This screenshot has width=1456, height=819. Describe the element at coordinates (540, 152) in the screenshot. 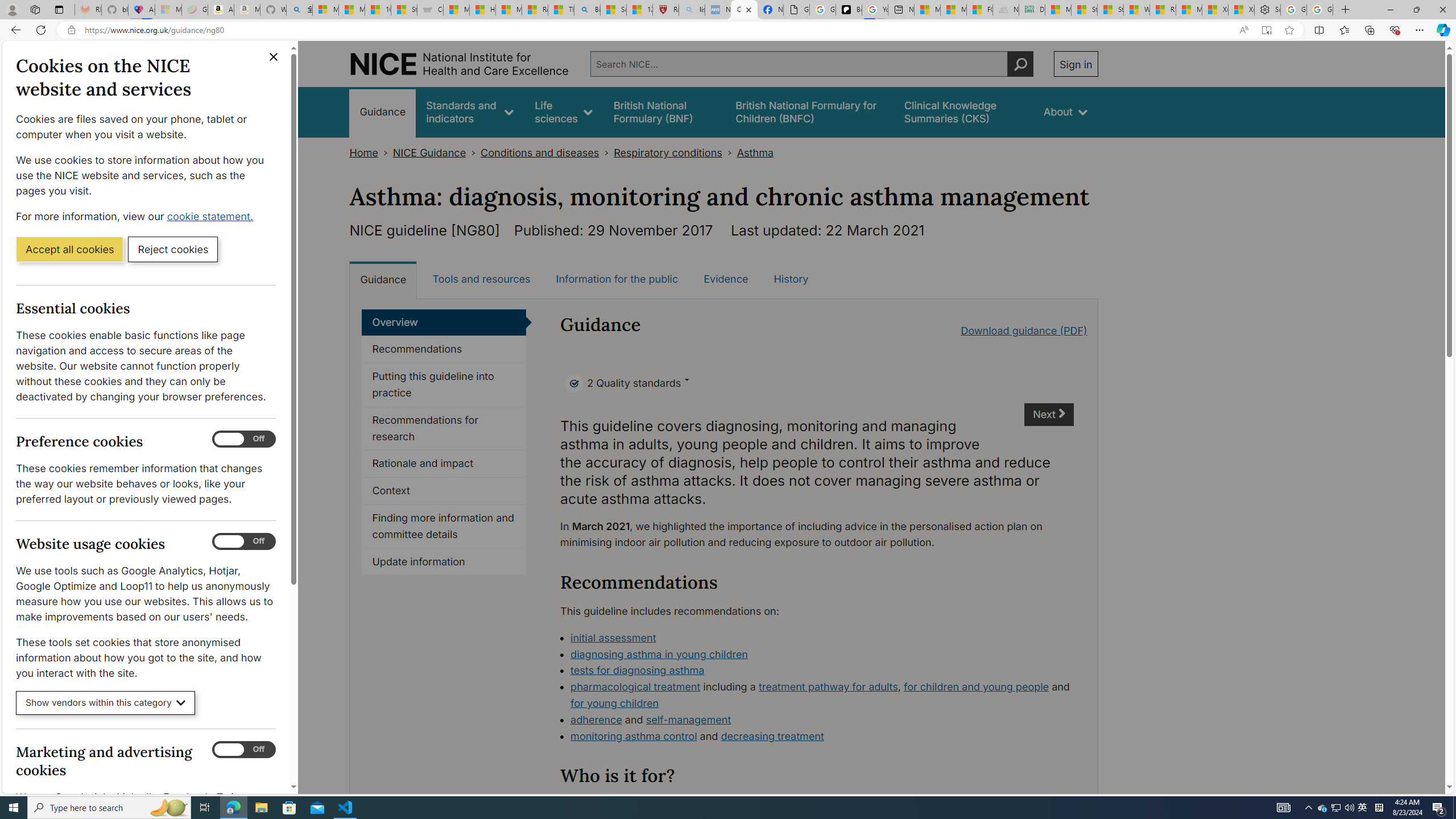

I see `'Conditions and diseases'` at that location.